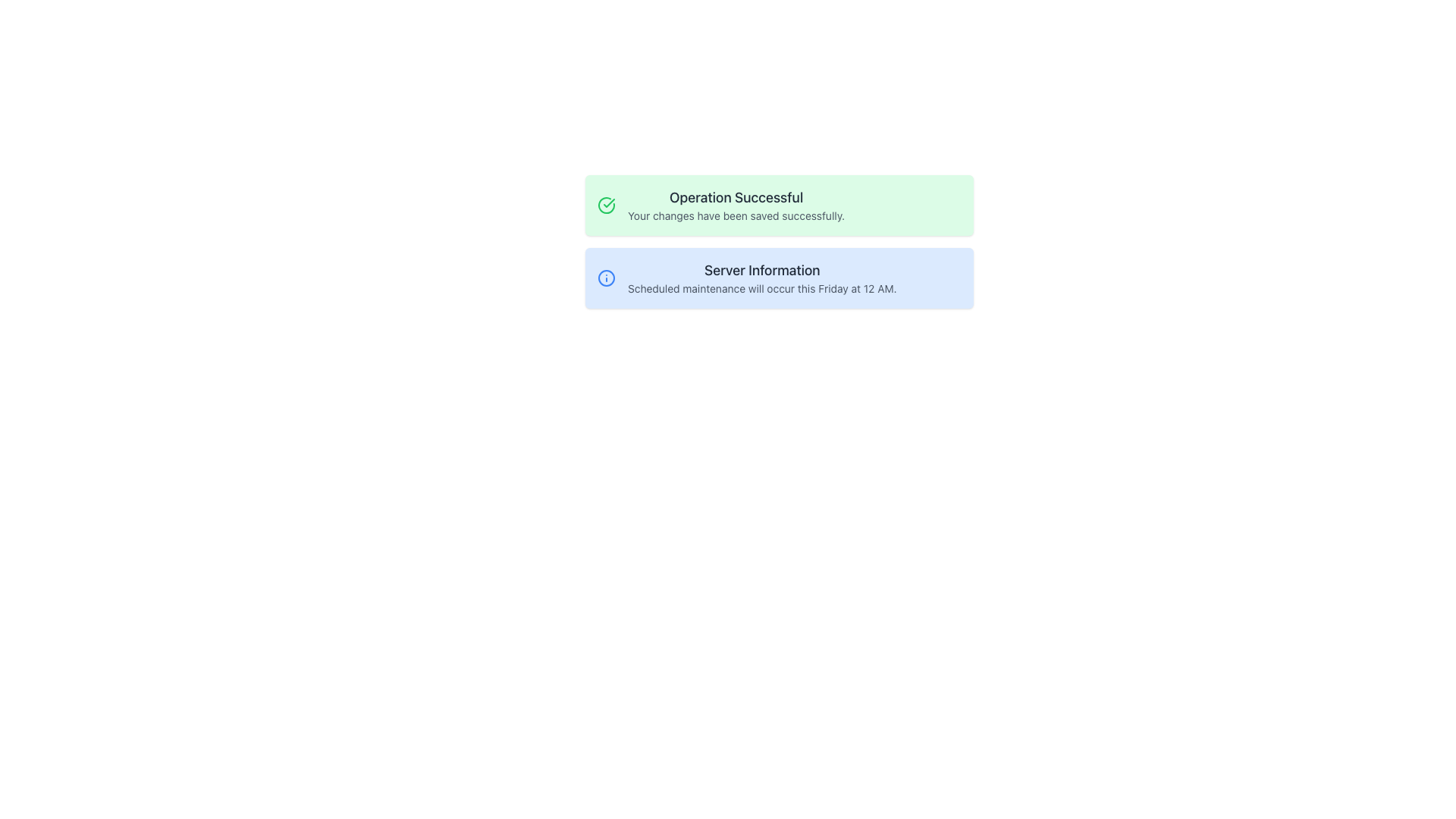  I want to click on the text display element that shows 'Operation Successful' and 'Your changes have been saved successfully' within a green notification box, so click(736, 205).